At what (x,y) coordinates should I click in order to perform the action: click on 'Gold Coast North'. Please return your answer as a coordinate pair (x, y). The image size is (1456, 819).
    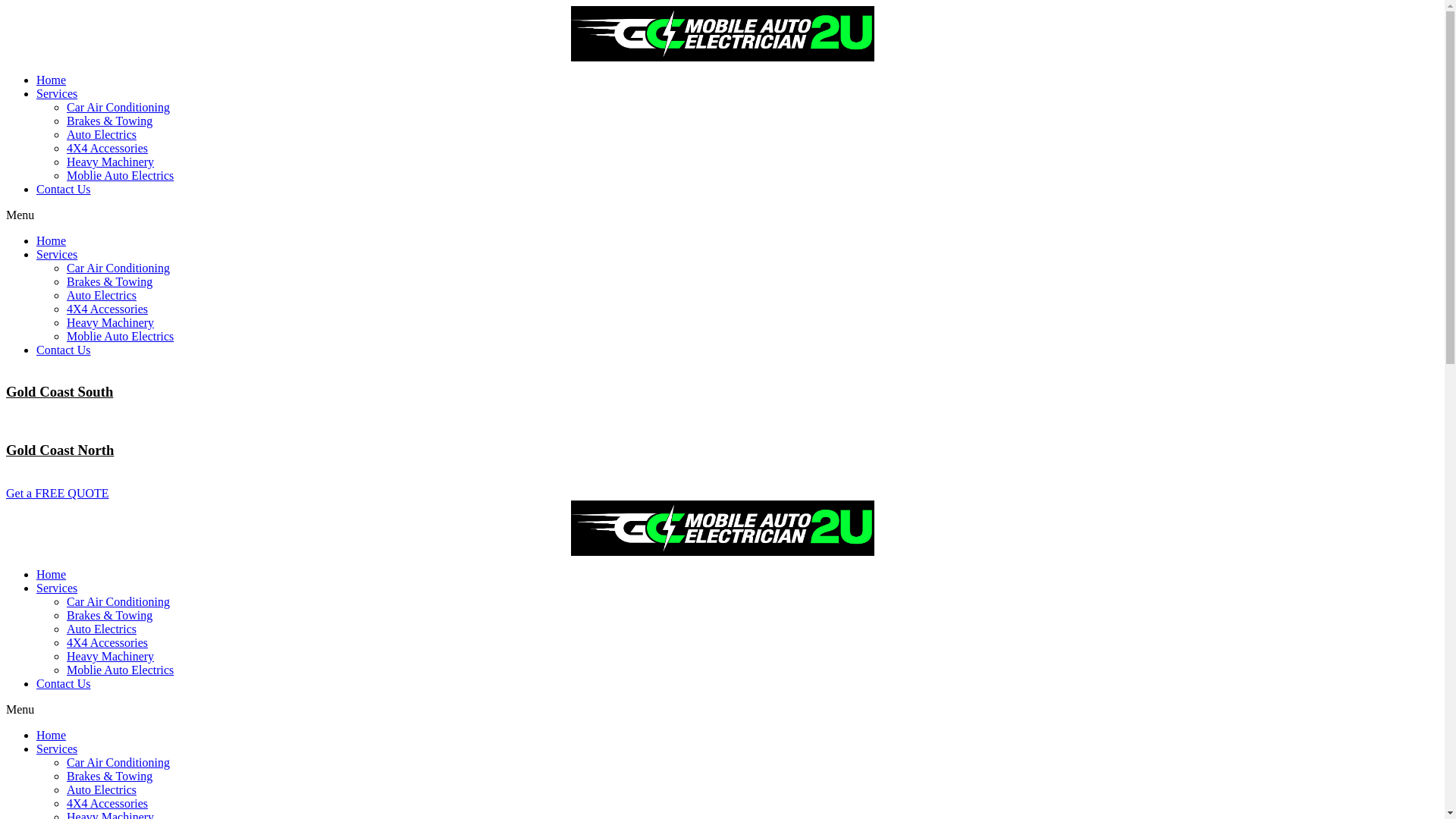
    Looking at the image, I should click on (6, 449).